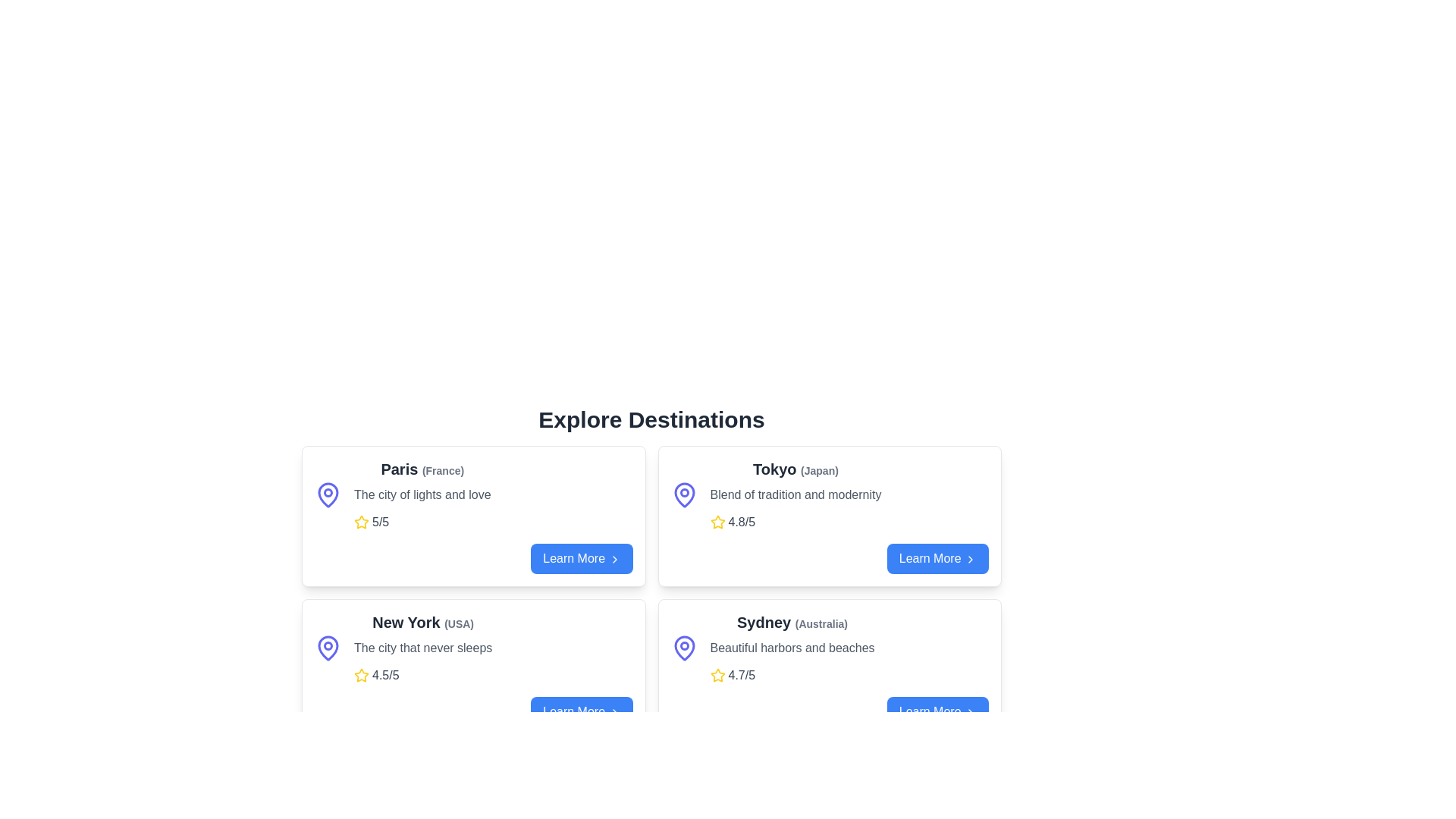 The width and height of the screenshot is (1456, 819). Describe the element at coordinates (971, 558) in the screenshot. I see `the chevron icon located at the bottom-right corner of the 'Tokyo (Japan)' card, which serves as a visual indicator for the 'Learn More' button` at that location.